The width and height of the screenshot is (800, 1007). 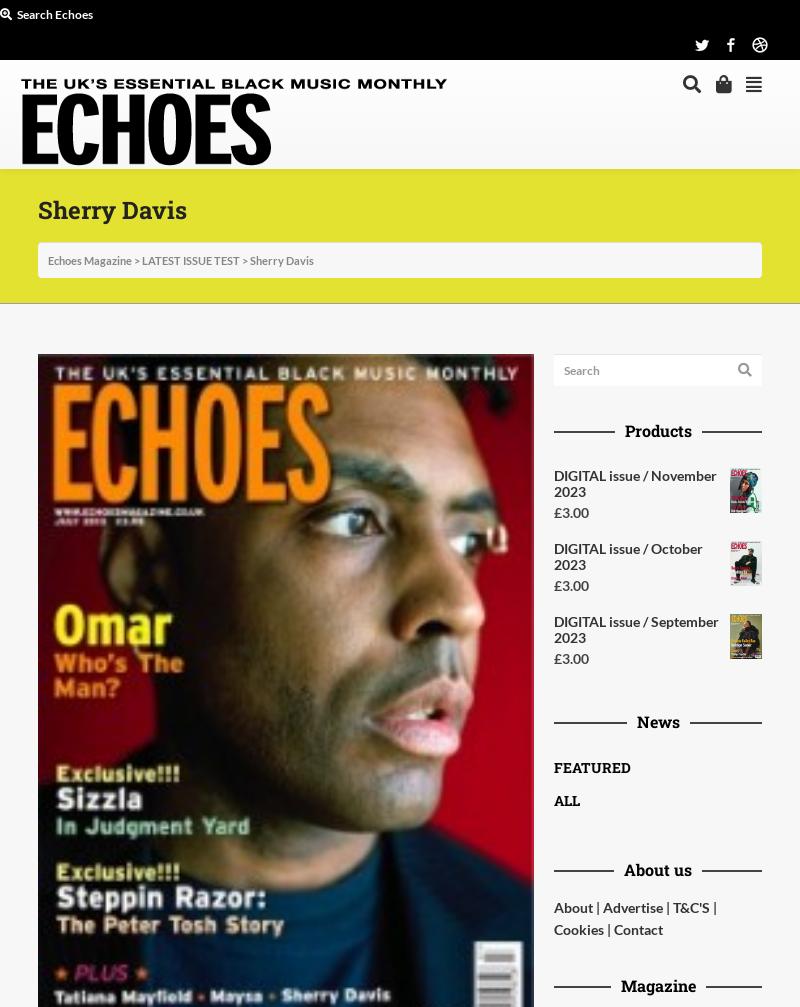 I want to click on 'Advertise', so click(x=633, y=906).